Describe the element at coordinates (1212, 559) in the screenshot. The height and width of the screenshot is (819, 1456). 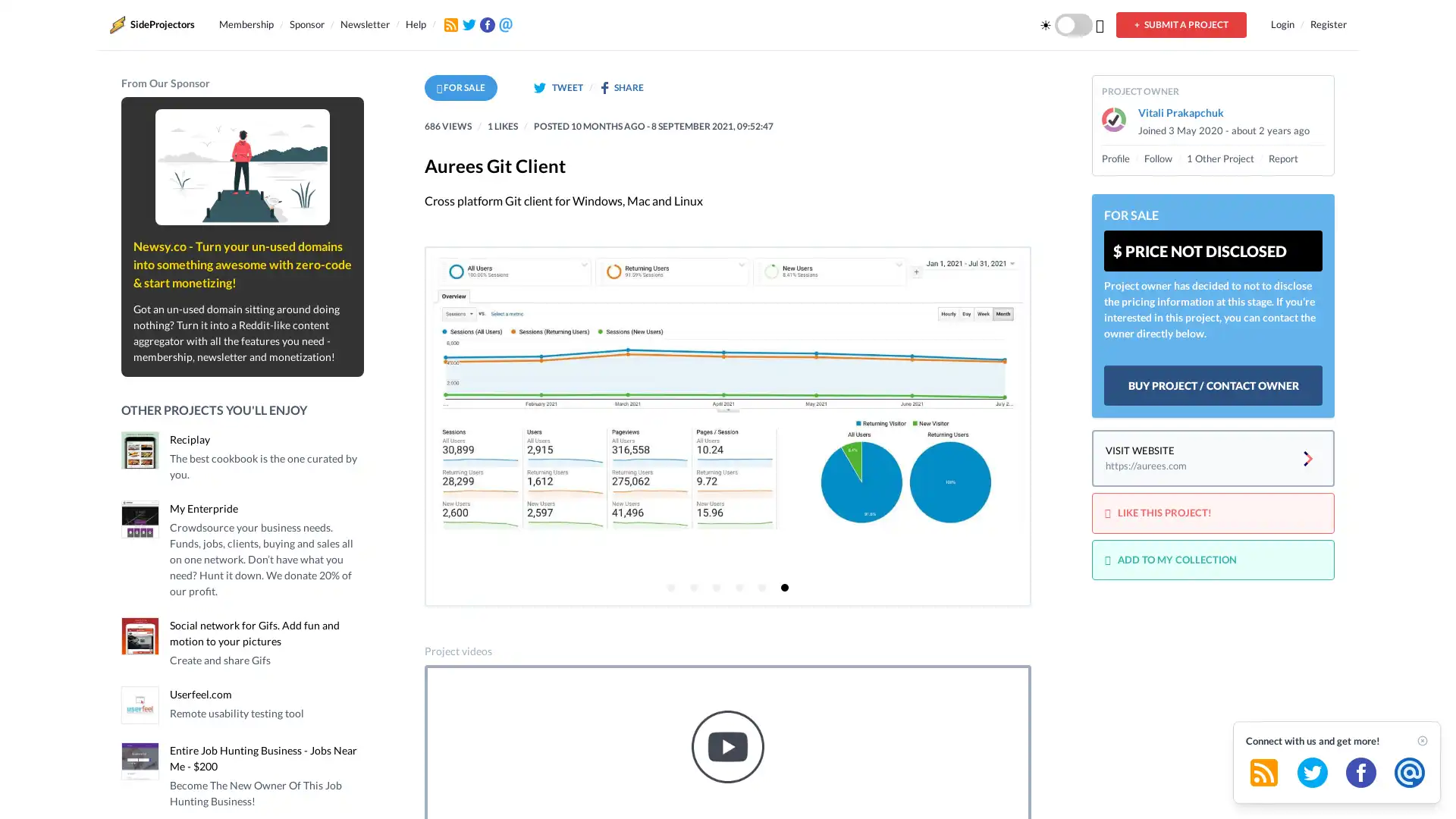
I see `ADD TO MY COLLECTION` at that location.